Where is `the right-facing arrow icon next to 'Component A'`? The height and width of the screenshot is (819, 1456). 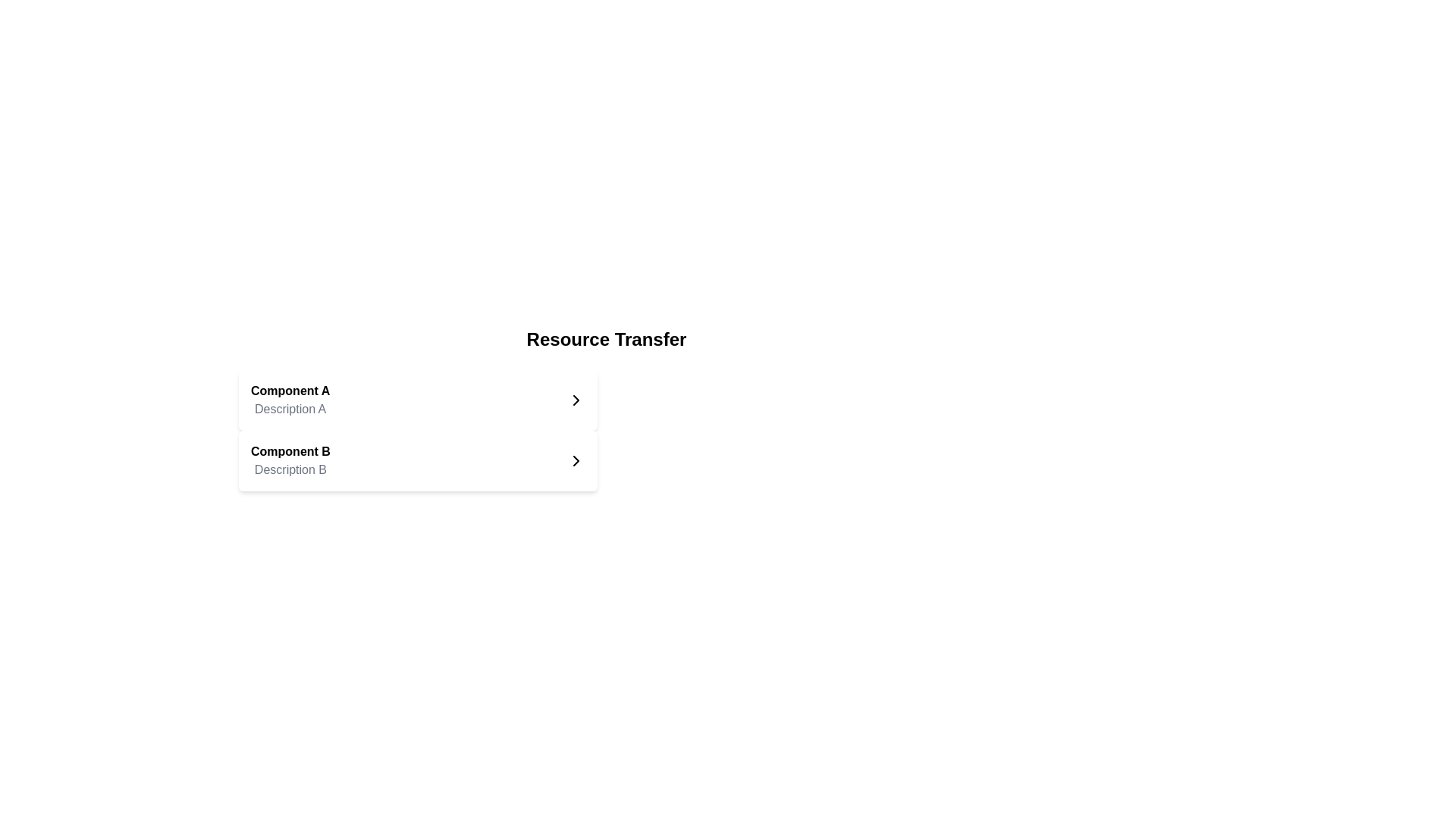
the right-facing arrow icon next to 'Component A' is located at coordinates (575, 400).